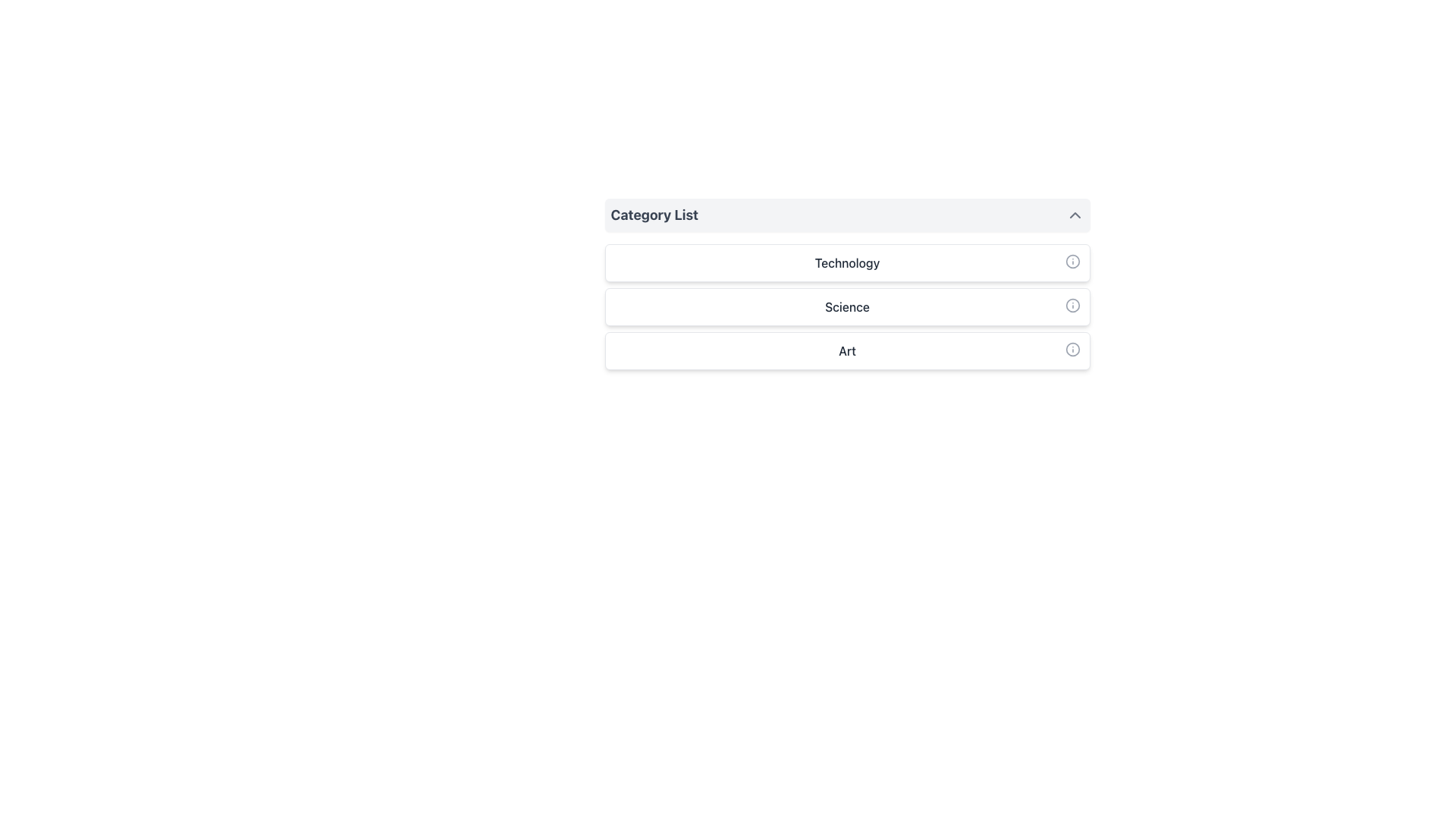  What do you see at coordinates (1072, 260) in the screenshot?
I see `the Informational Icon, a circular icon with a gray outline and 'i' shape, located at the top-right corner of the 'Technology' section` at bounding box center [1072, 260].